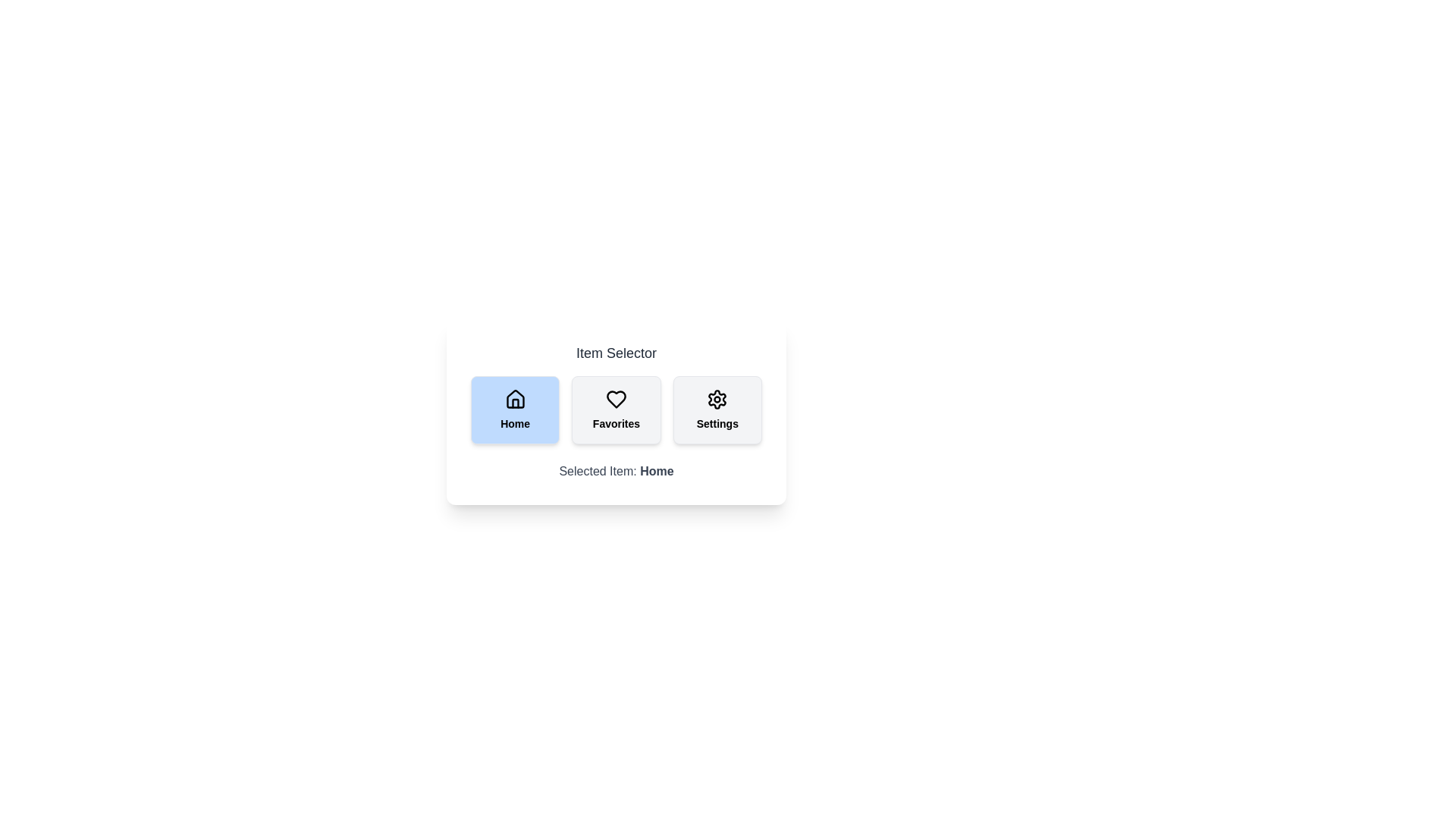 Image resolution: width=1456 pixels, height=819 pixels. I want to click on the button labeled Favorites to select it, so click(616, 409).